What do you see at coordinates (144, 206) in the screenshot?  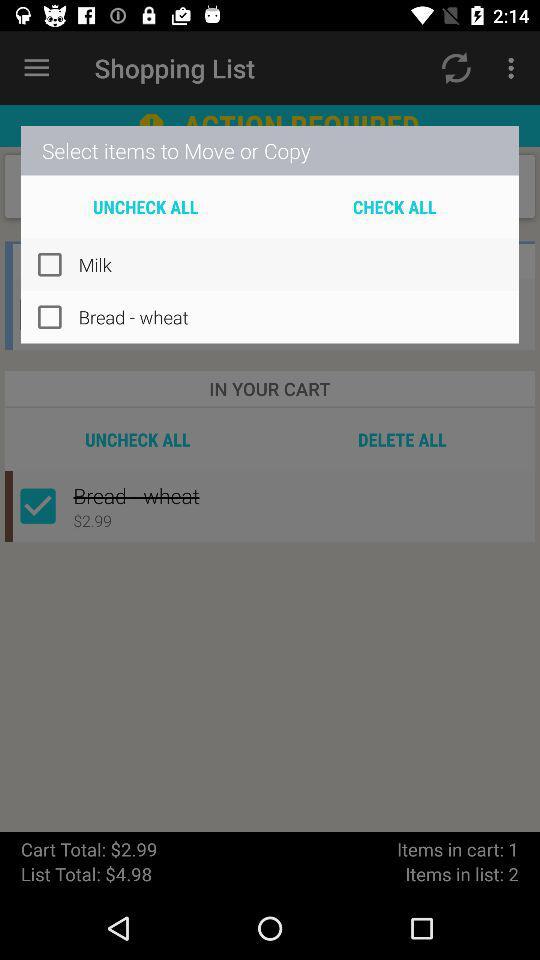 I see `the item next to check all icon` at bounding box center [144, 206].